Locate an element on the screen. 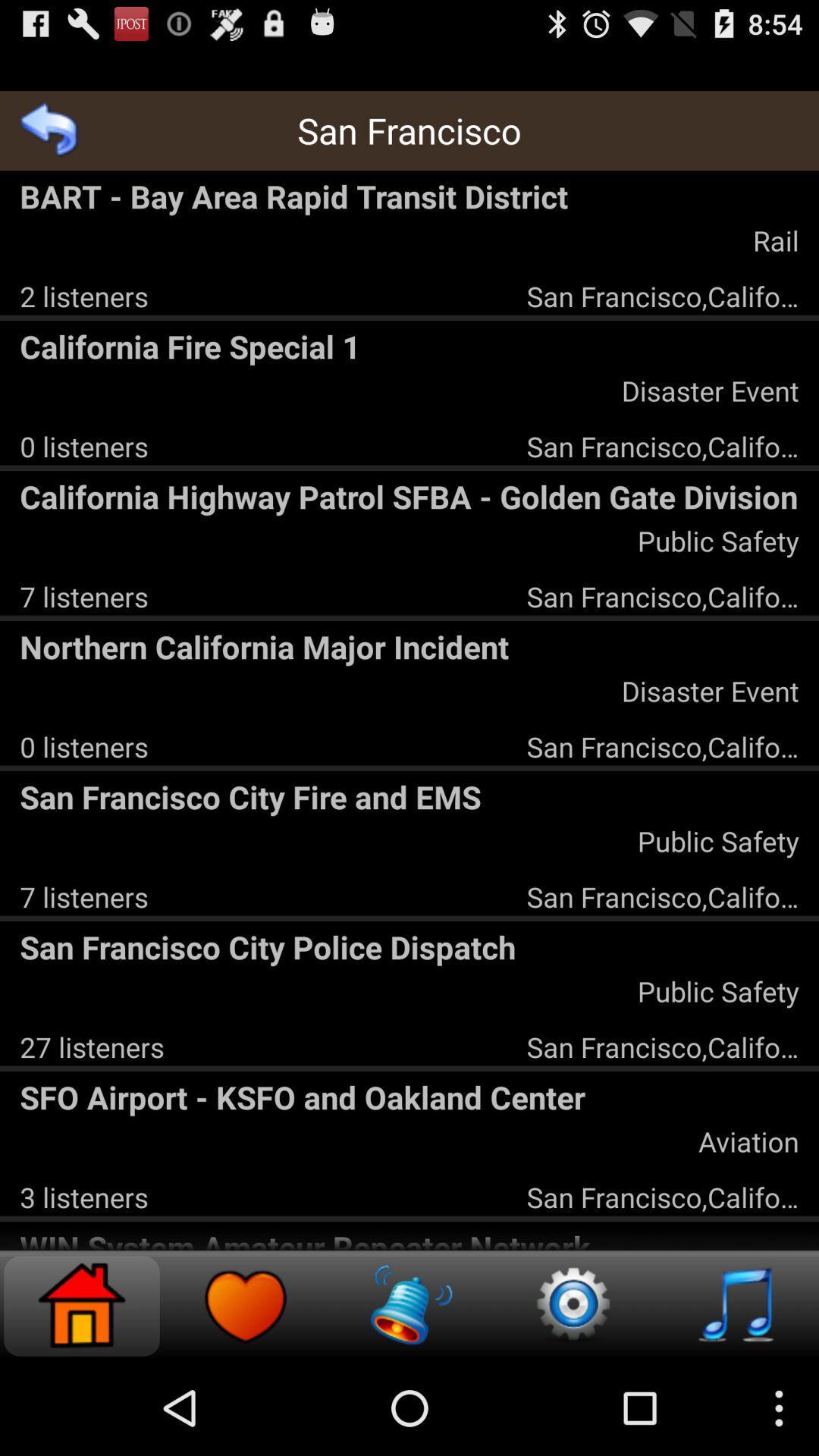 This screenshot has height=1456, width=819. the icon below the san francisco city is located at coordinates (92, 1046).